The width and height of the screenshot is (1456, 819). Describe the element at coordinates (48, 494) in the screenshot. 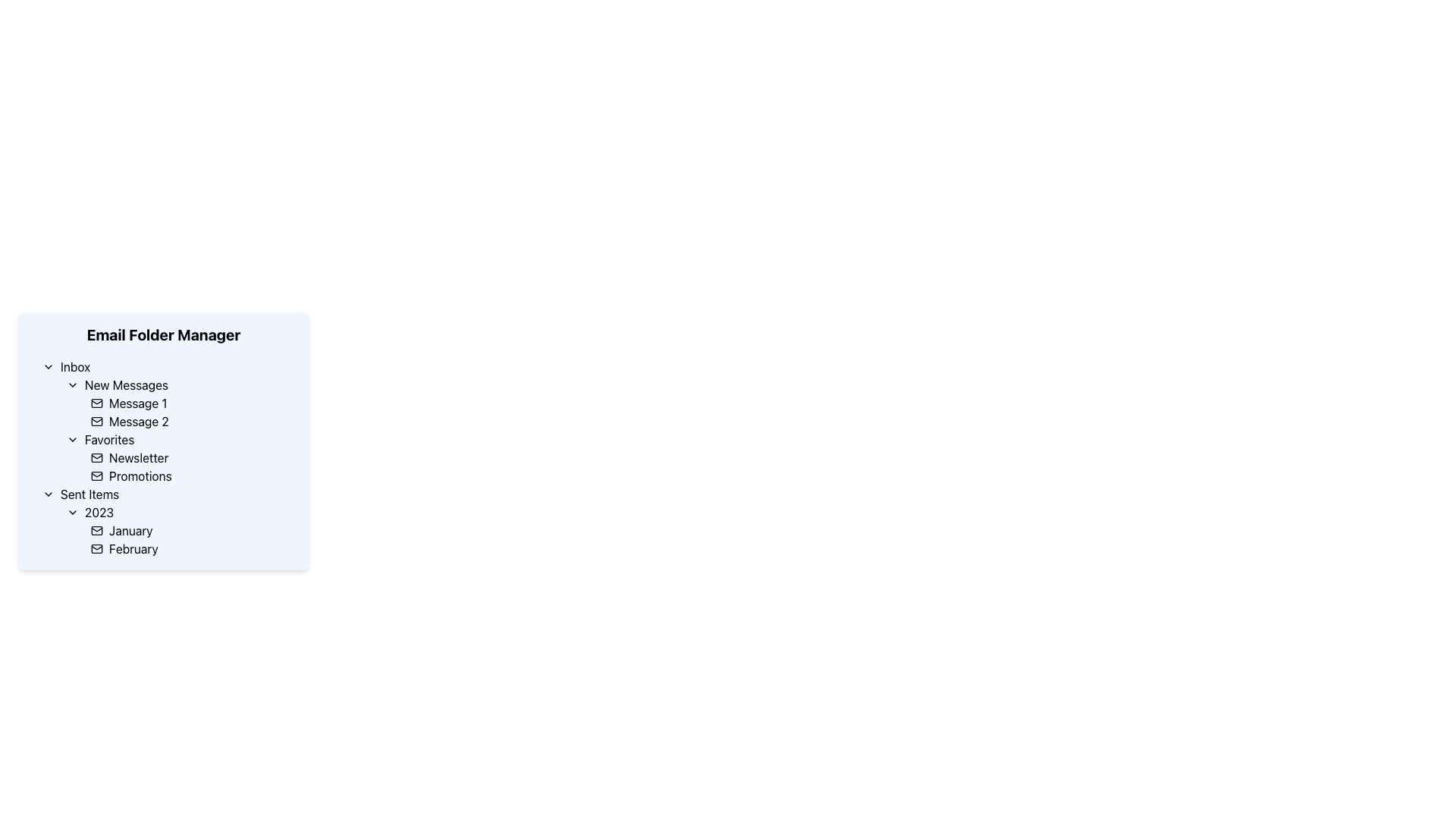

I see `the toggle icon located to the left of the 'Sent Items' label in the navigation structure` at that location.